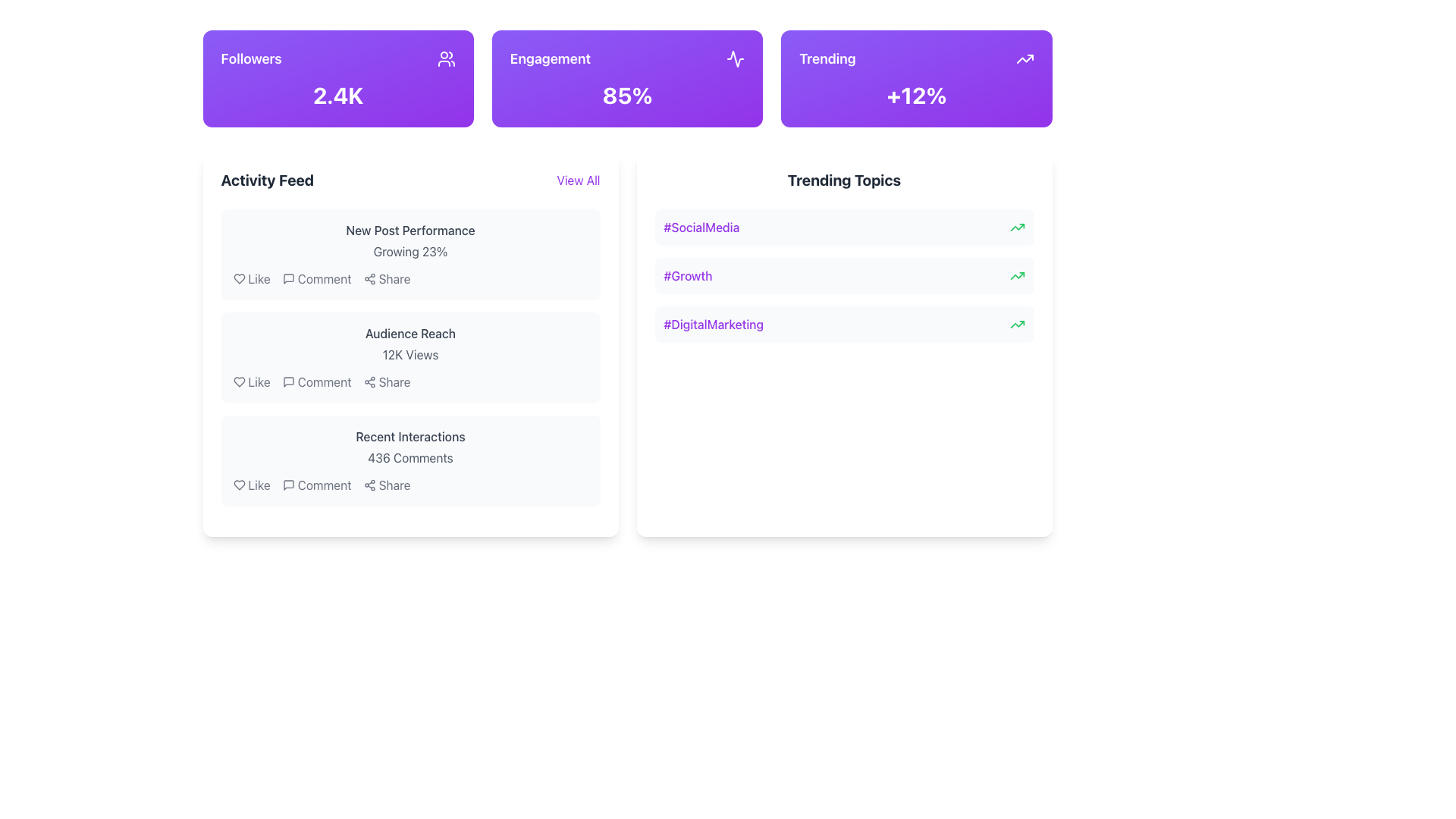 The height and width of the screenshot is (819, 1456). What do you see at coordinates (843, 324) in the screenshot?
I see `the third list item in the 'Trending Topics' section` at bounding box center [843, 324].